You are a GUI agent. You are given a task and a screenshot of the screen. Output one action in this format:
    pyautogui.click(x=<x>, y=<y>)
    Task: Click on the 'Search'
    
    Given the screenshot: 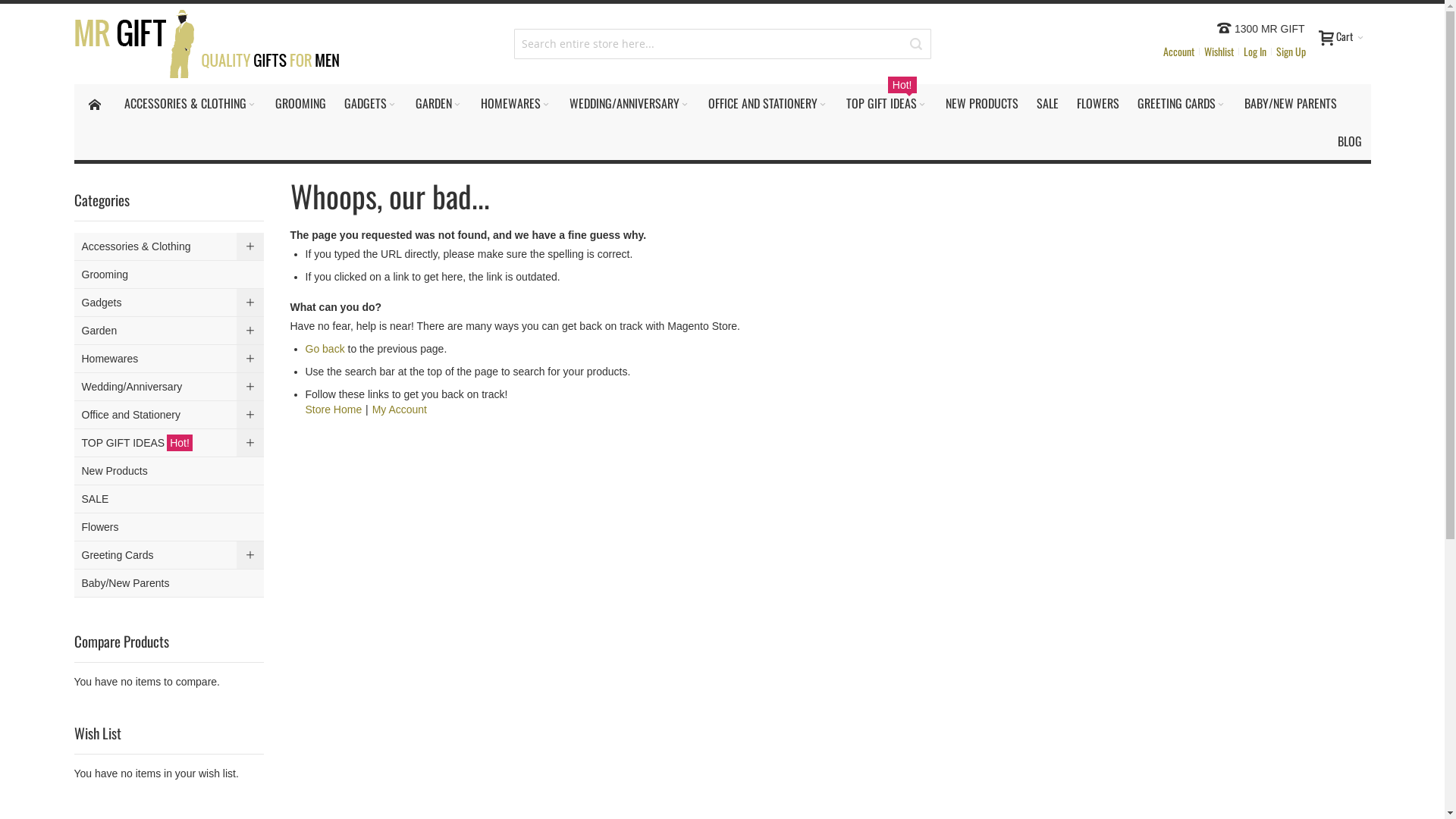 What is the action you would take?
    pyautogui.click(x=914, y=42)
    